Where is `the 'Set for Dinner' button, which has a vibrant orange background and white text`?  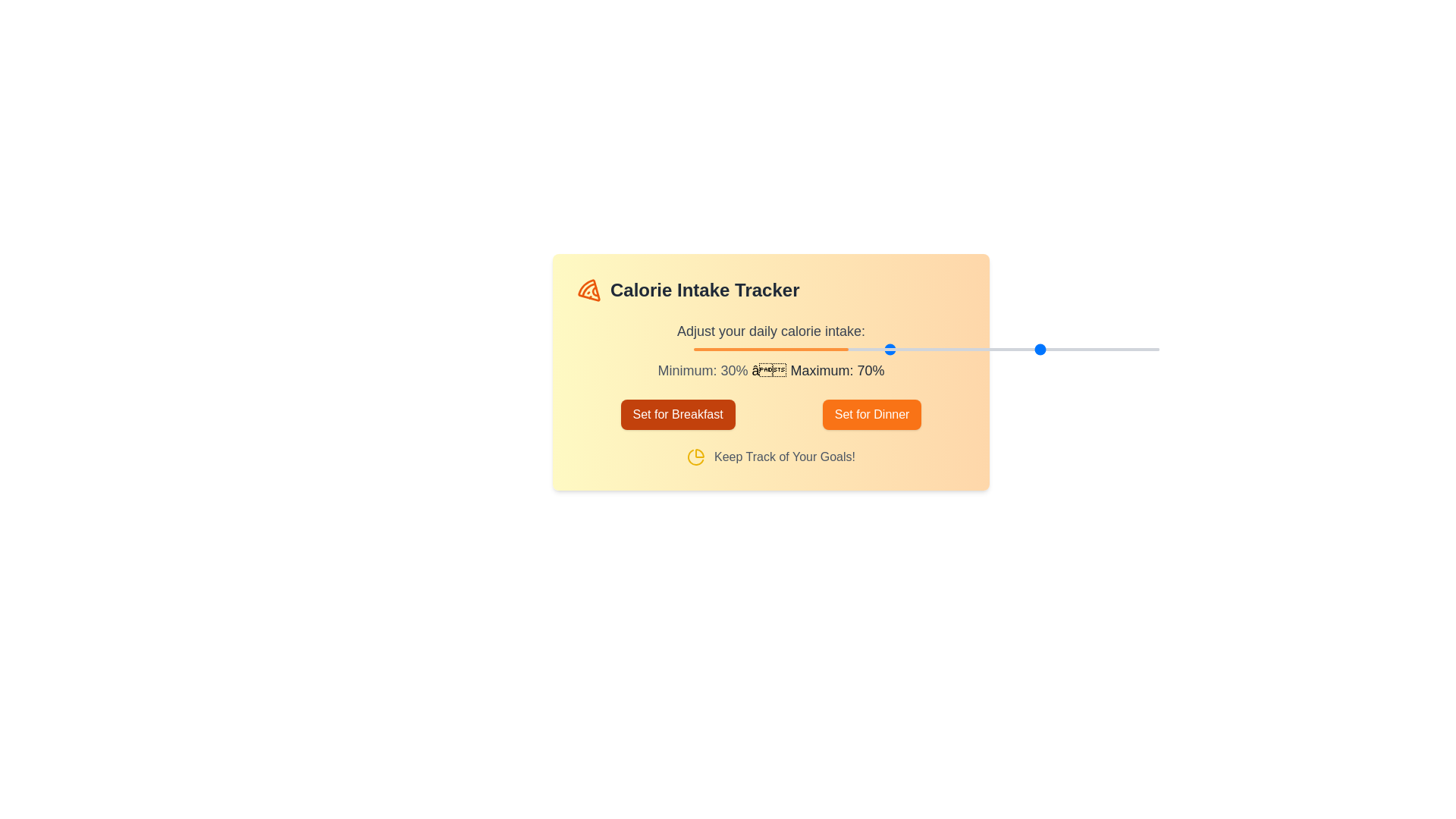
the 'Set for Dinner' button, which has a vibrant orange background and white text is located at coordinates (872, 415).